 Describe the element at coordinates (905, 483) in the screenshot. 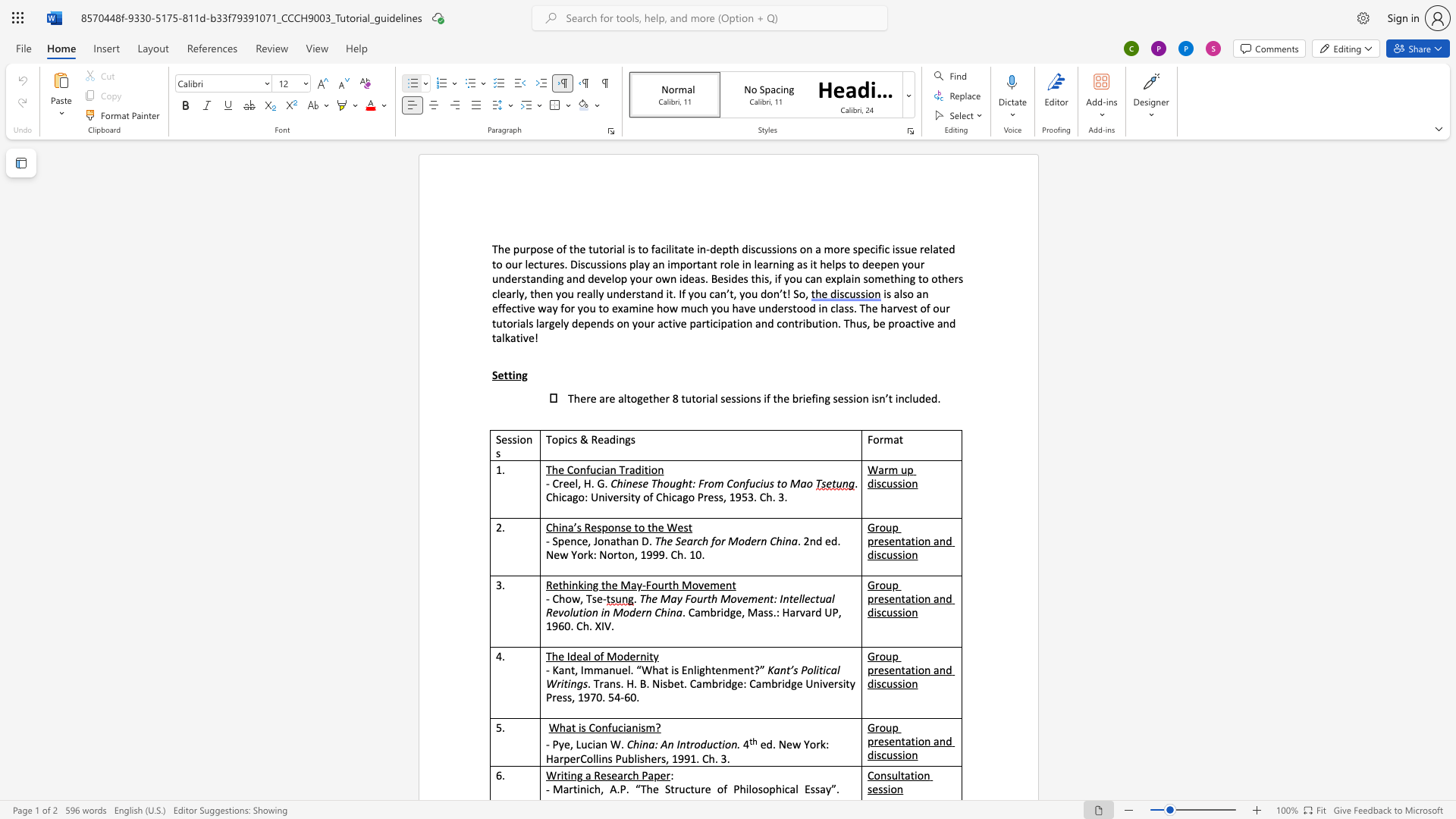

I see `the space between the continuous character "i" and "o" in the text` at that location.